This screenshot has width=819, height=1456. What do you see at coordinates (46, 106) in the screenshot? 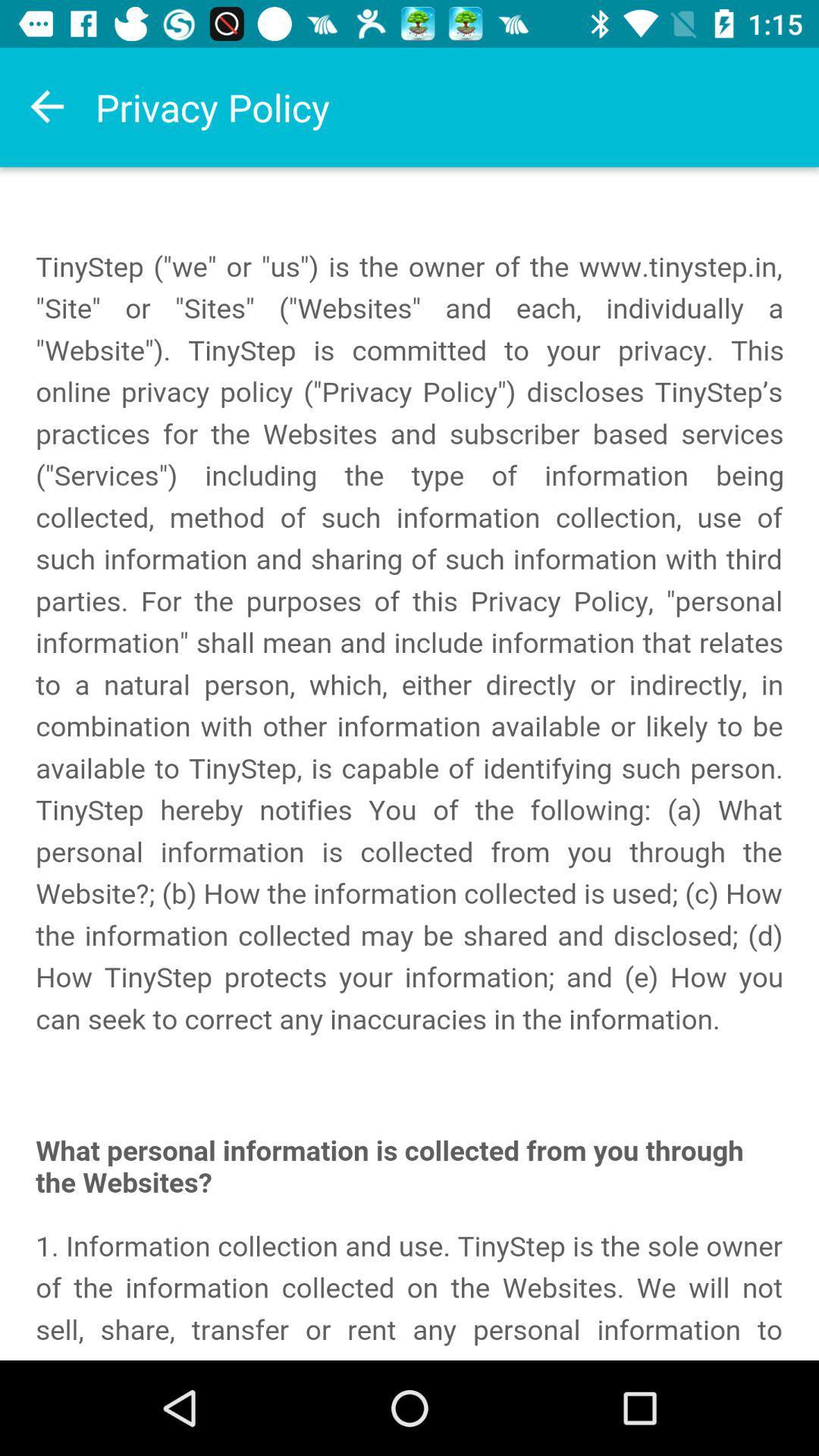
I see `return to previous page` at bounding box center [46, 106].